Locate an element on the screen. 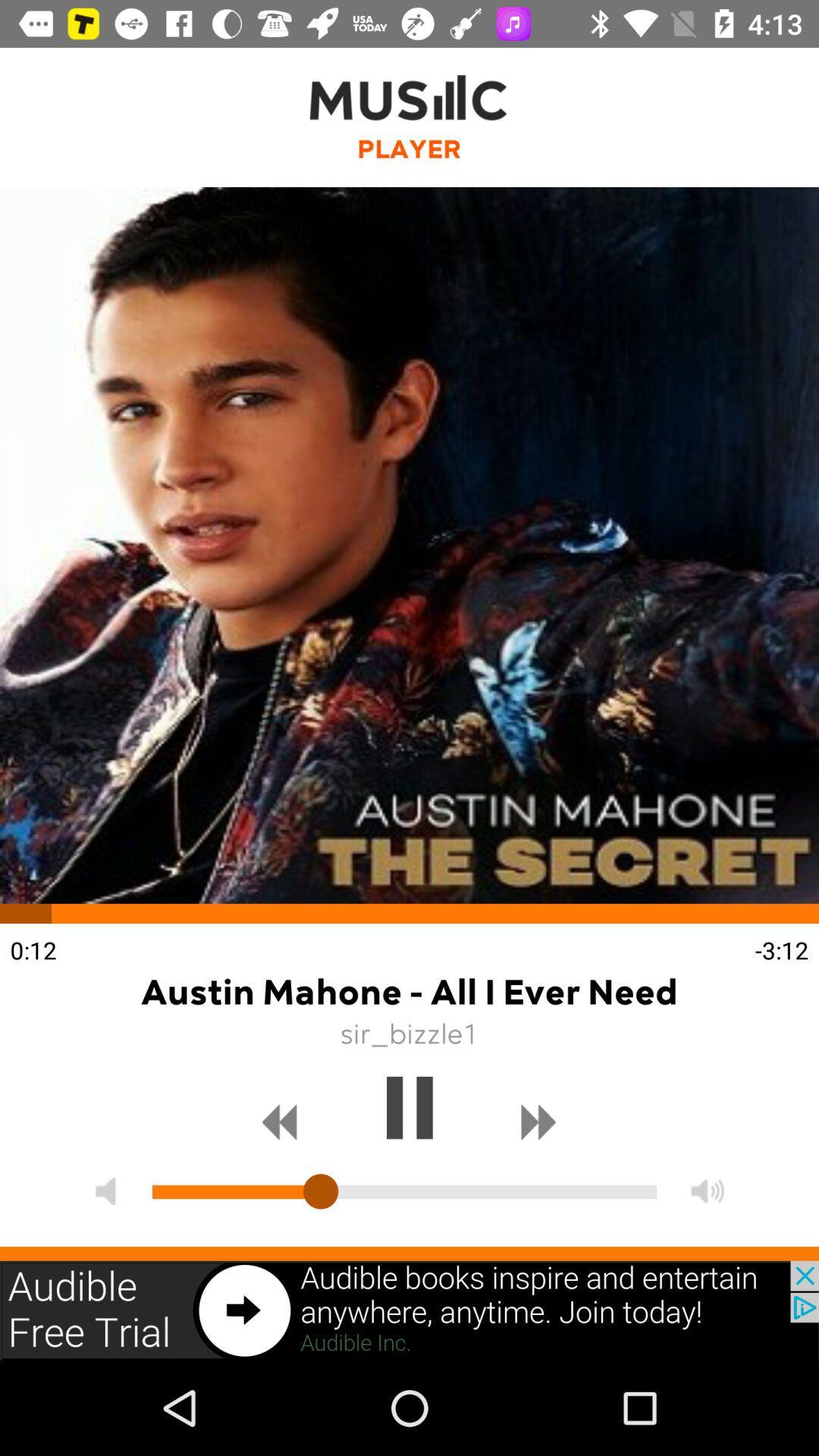  next song is located at coordinates (538, 1122).